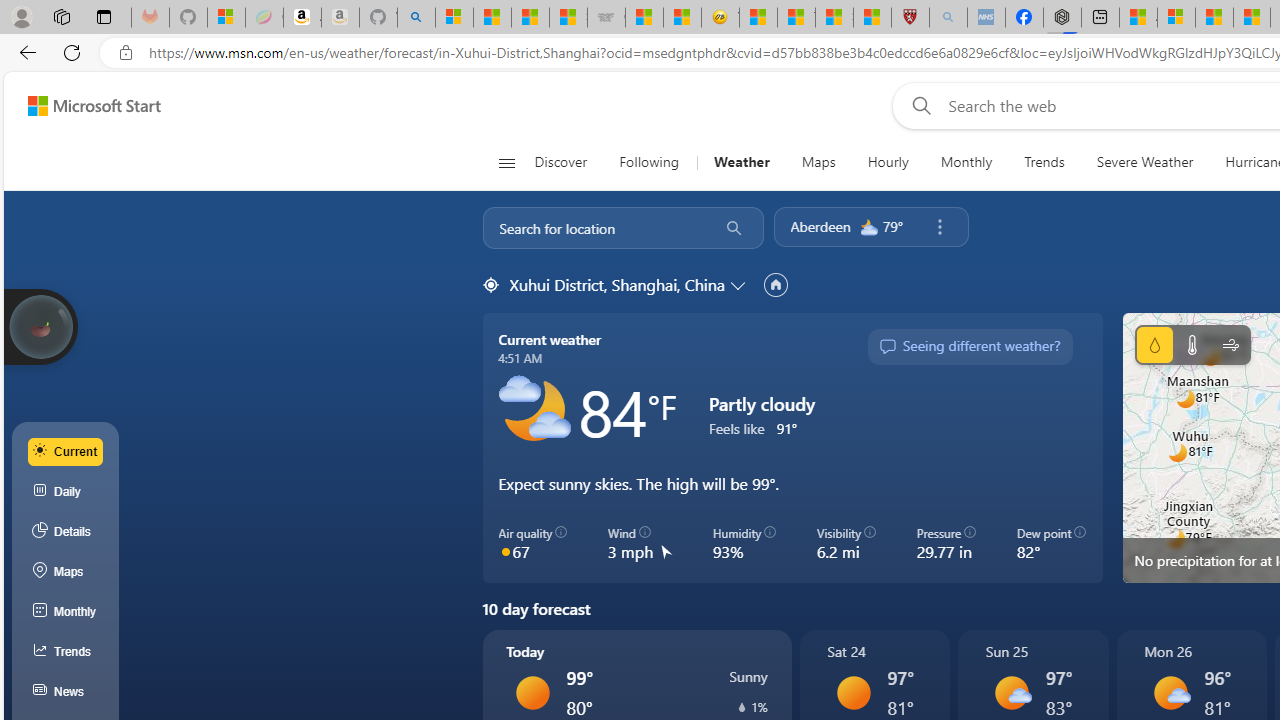 The height and width of the screenshot is (720, 1280). Describe the element at coordinates (938, 226) in the screenshot. I see `'Remove location'` at that location.